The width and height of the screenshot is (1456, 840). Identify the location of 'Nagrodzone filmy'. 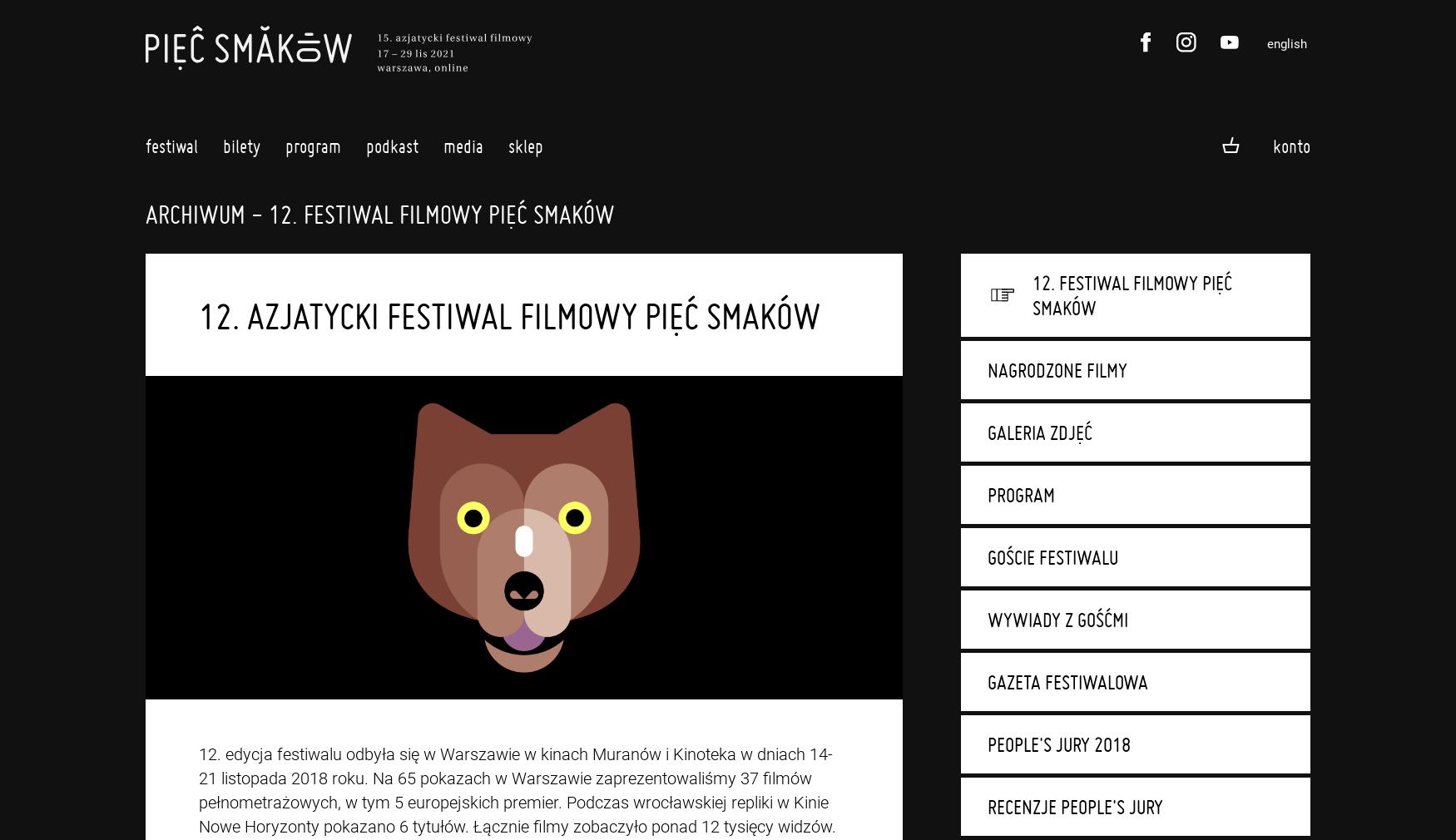
(1057, 370).